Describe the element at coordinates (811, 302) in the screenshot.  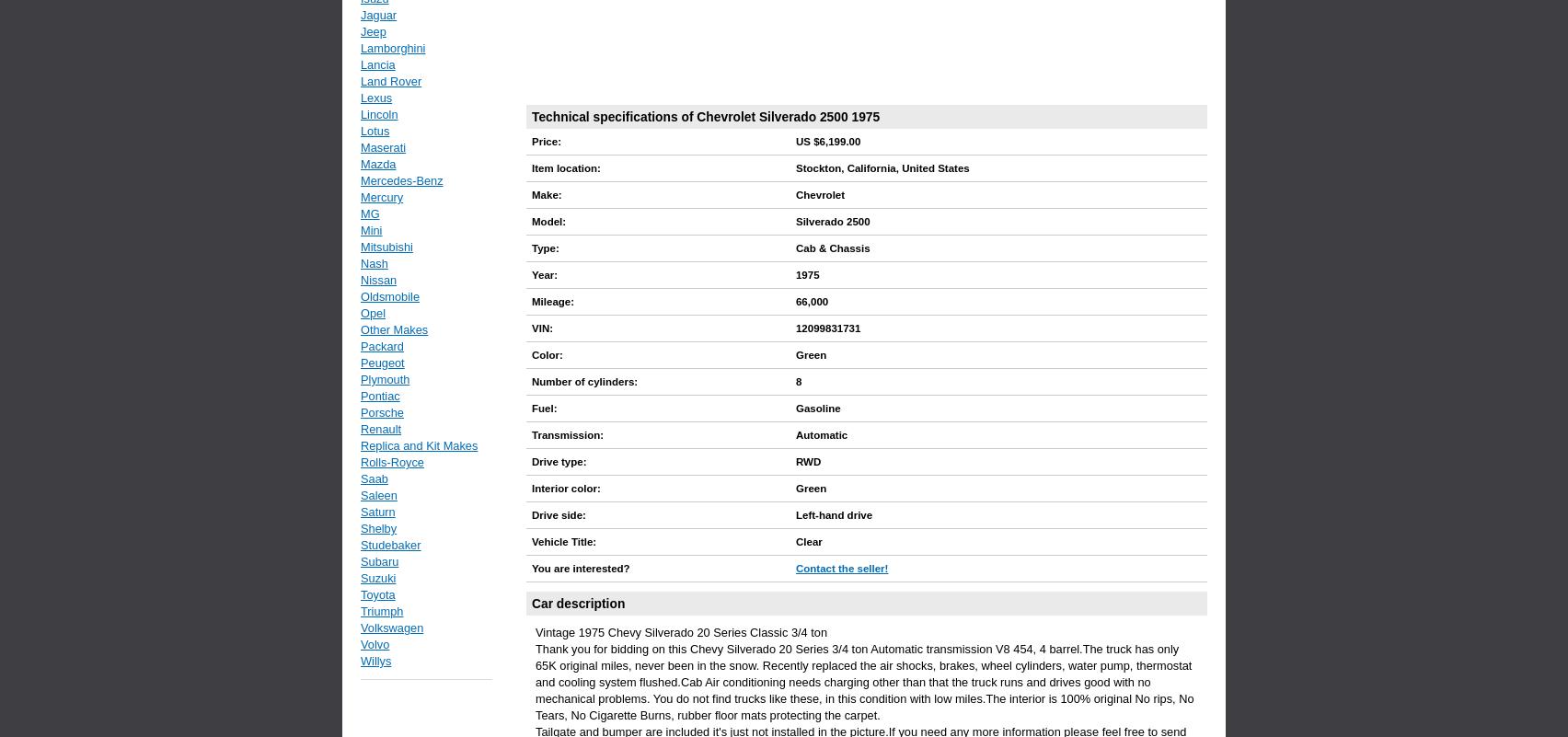
I see `'66,000'` at that location.